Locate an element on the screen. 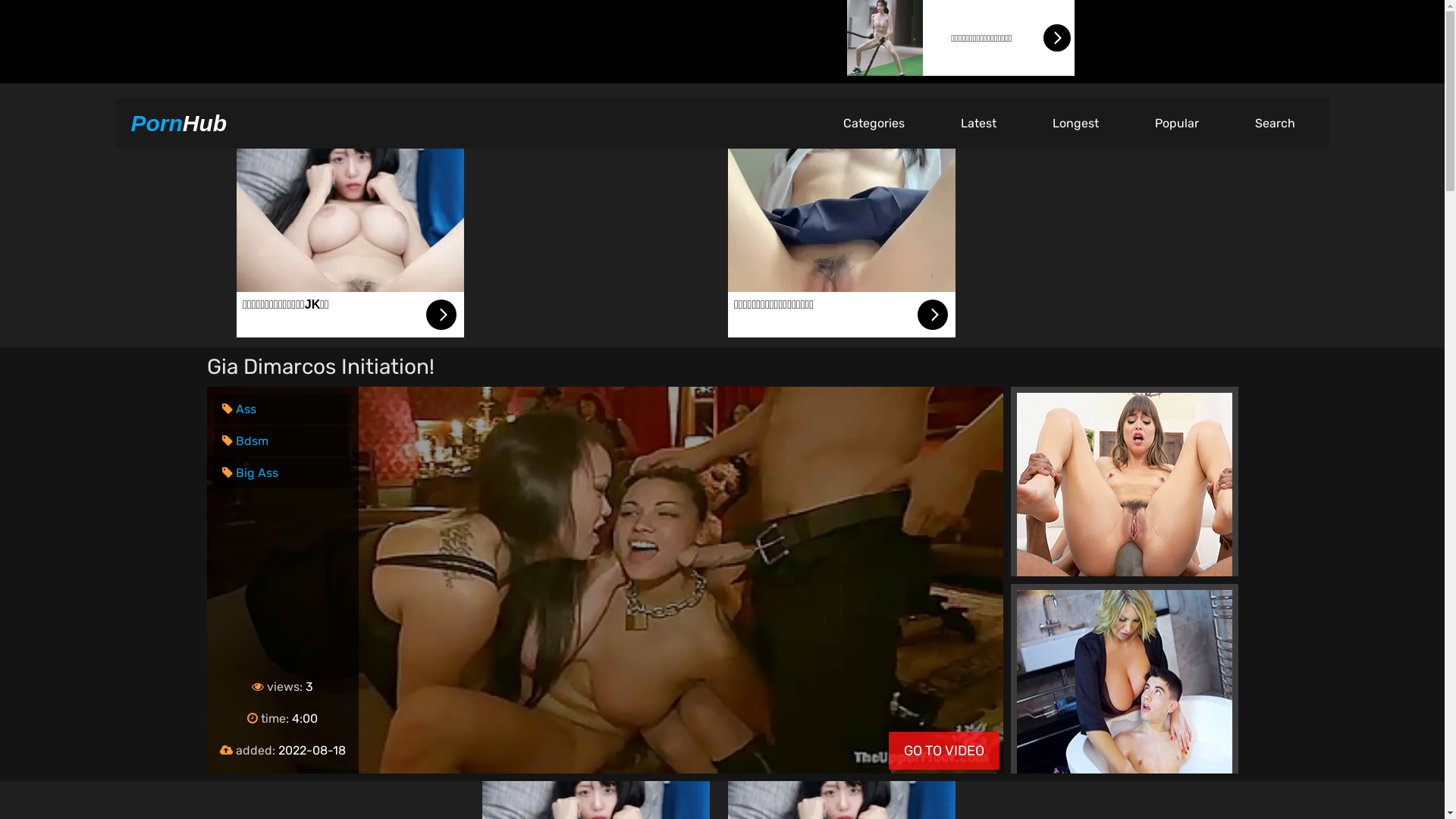 This screenshot has width=1456, height=819. 'PornHub' is located at coordinates (178, 122).